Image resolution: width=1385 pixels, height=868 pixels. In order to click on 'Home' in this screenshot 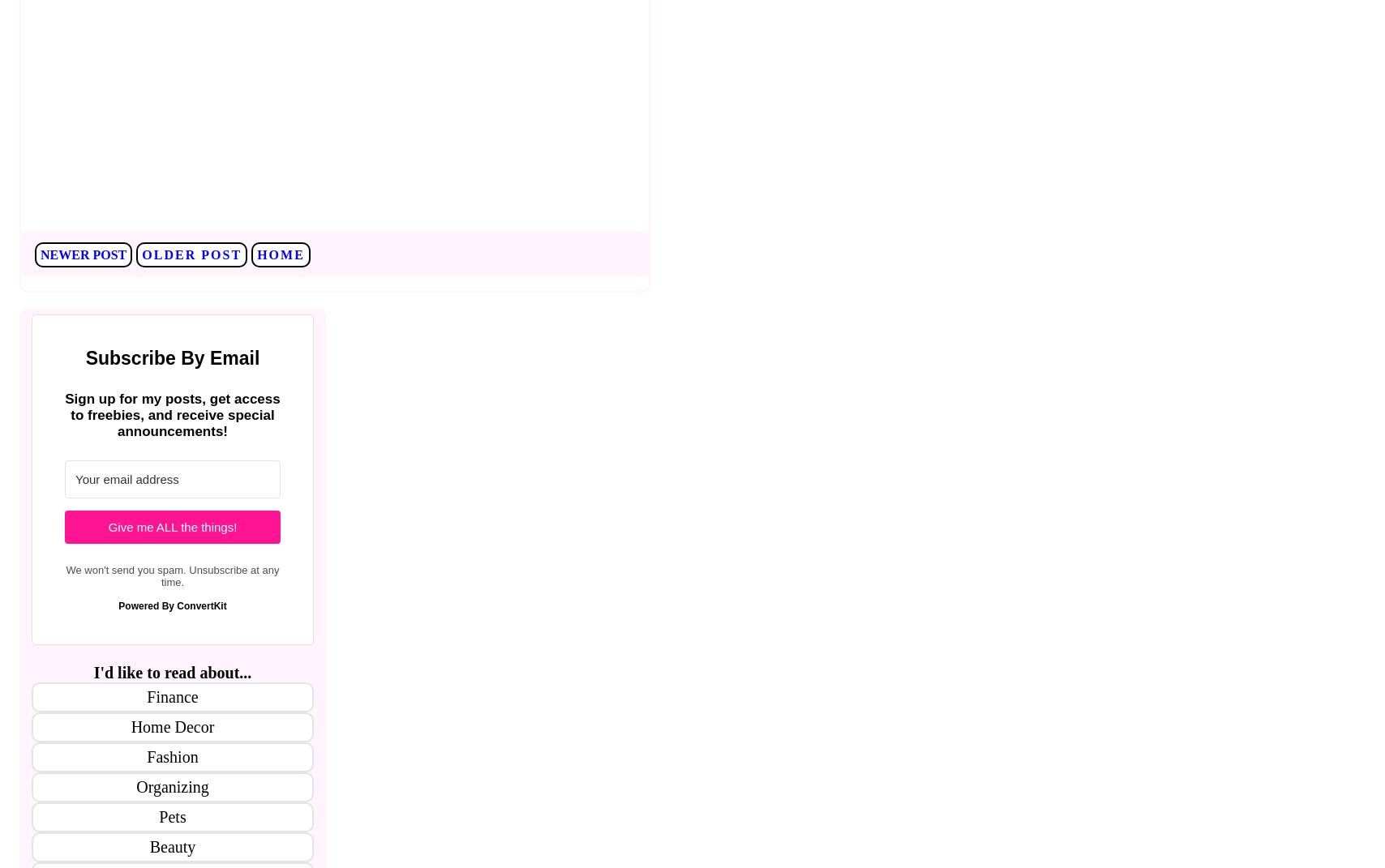, I will do `click(281, 254)`.